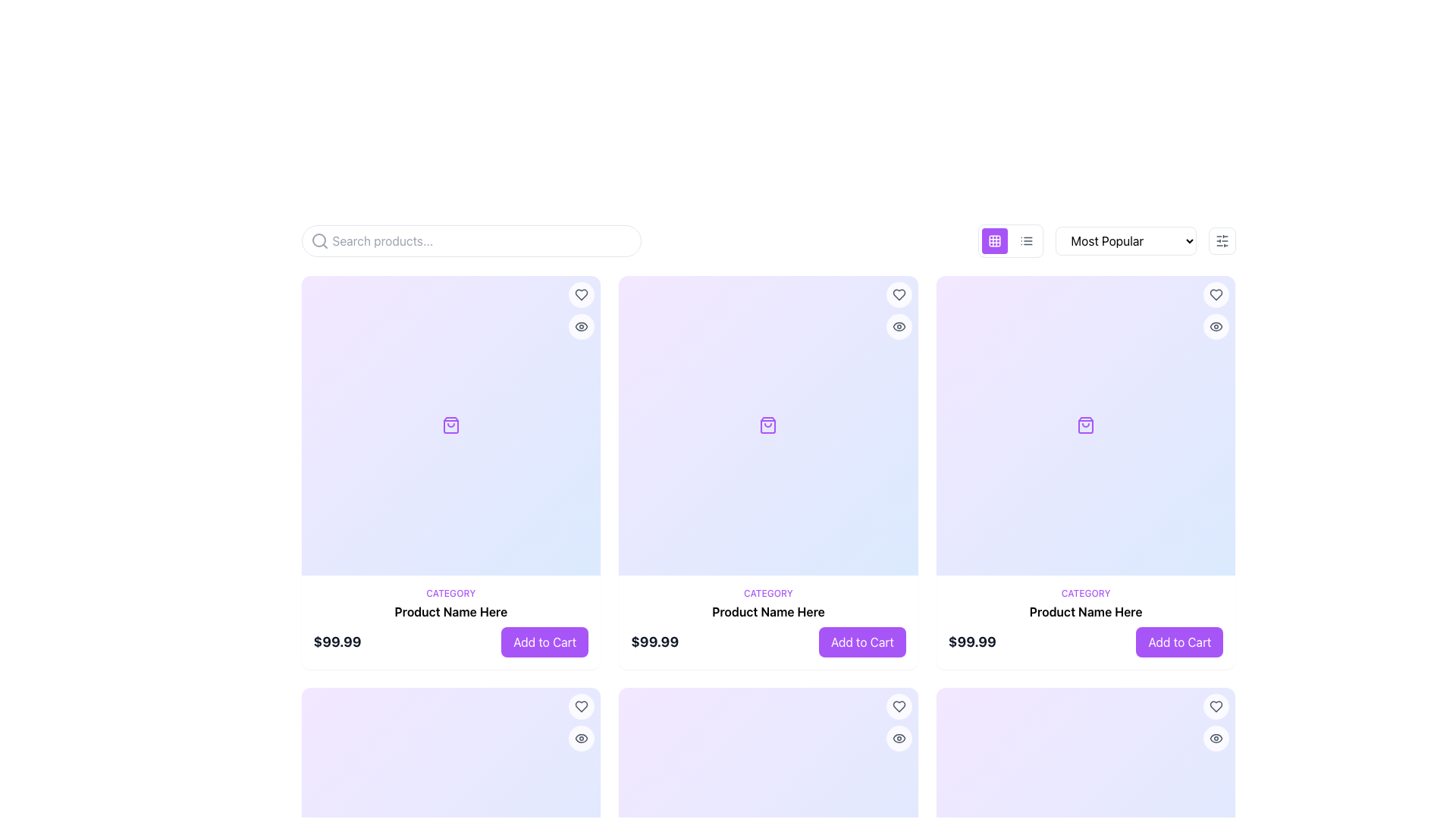 The image size is (1456, 819). I want to click on the heart-shaped icon in the upper-right corner of the product card to mark it as a favorite, so click(1216, 706).